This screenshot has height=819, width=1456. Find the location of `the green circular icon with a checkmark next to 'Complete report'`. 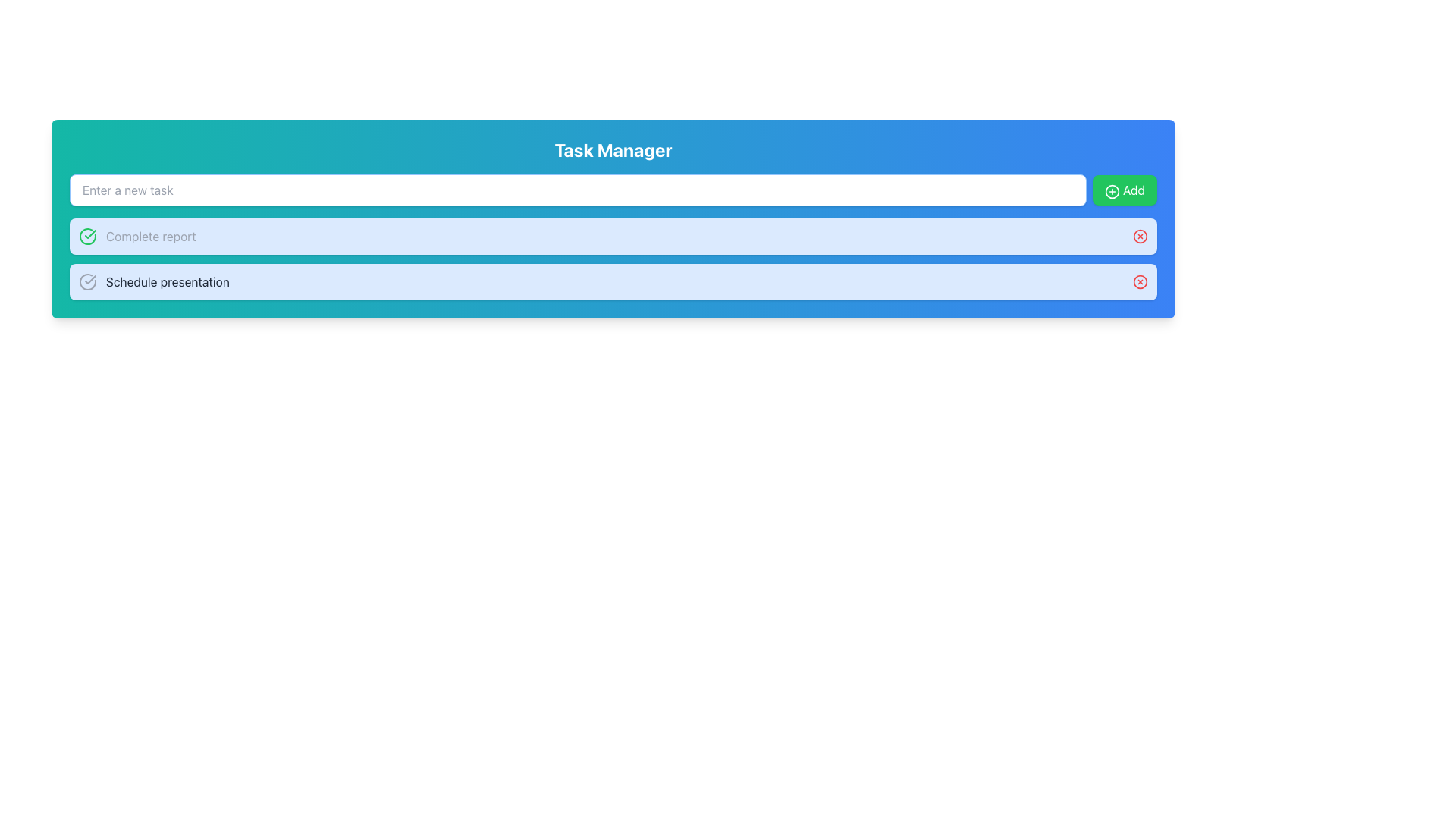

the green circular icon with a checkmark next to 'Complete report' is located at coordinates (86, 237).